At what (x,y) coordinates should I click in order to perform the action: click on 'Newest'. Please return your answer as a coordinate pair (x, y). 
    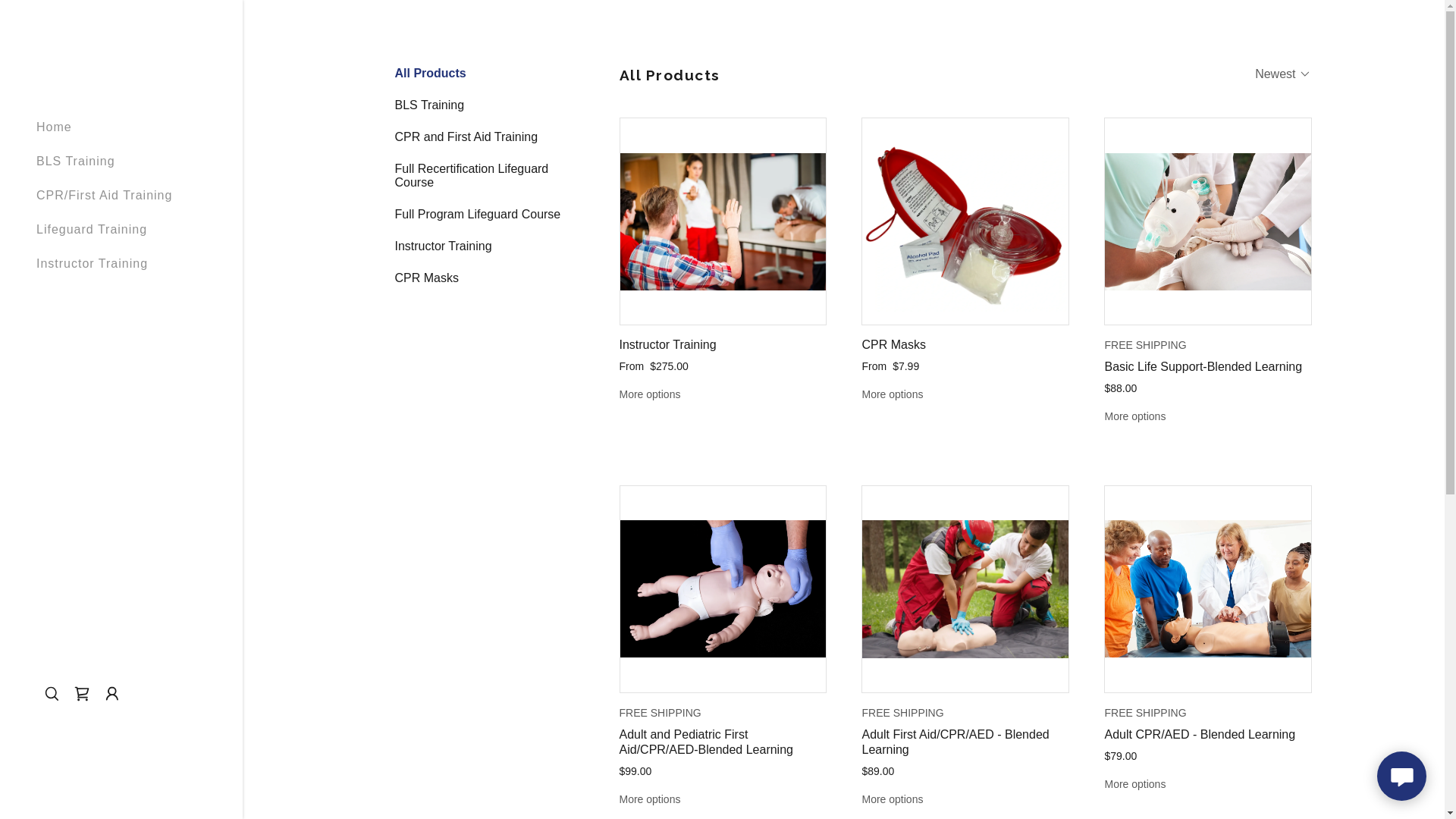
    Looking at the image, I should click on (1282, 74).